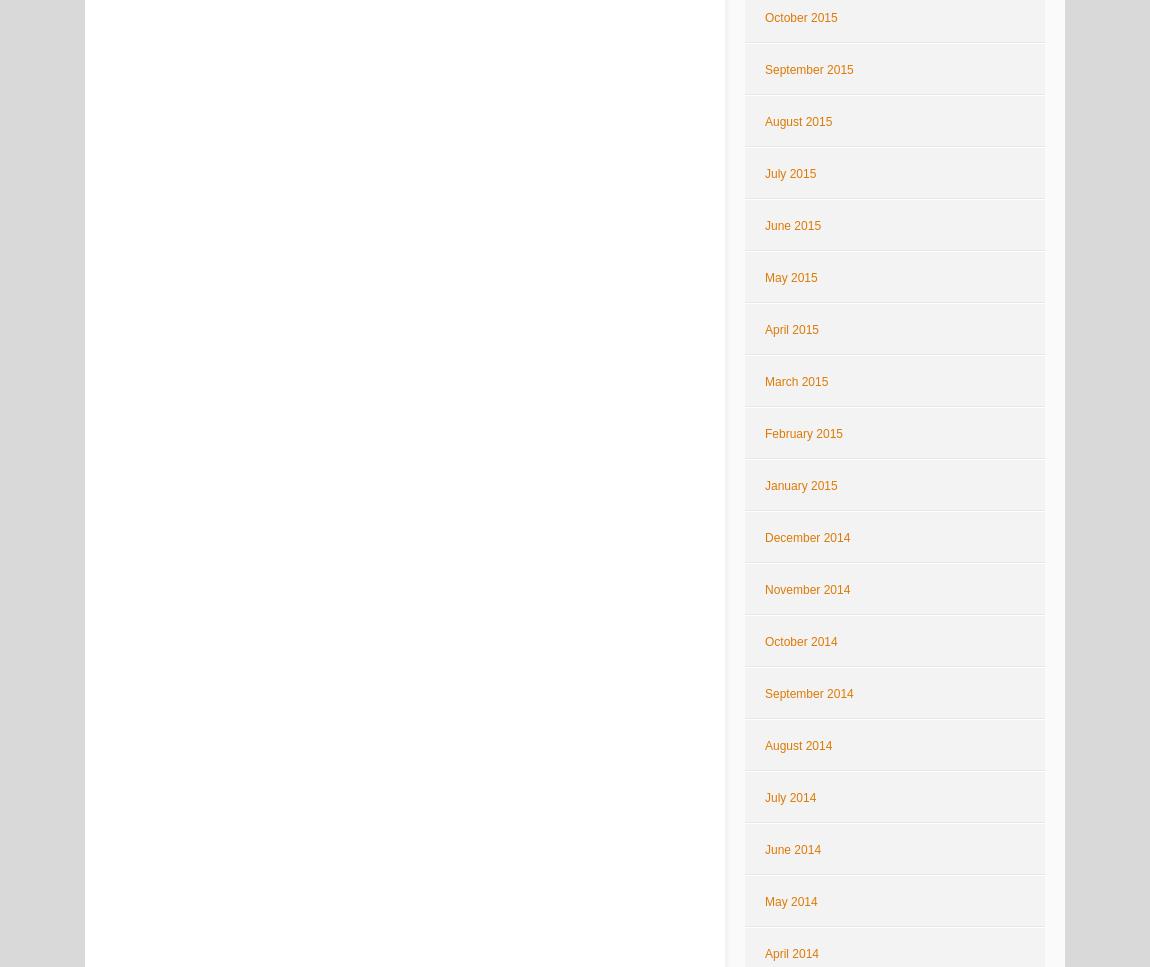 The height and width of the screenshot is (967, 1150). What do you see at coordinates (797, 121) in the screenshot?
I see `'August 2015'` at bounding box center [797, 121].